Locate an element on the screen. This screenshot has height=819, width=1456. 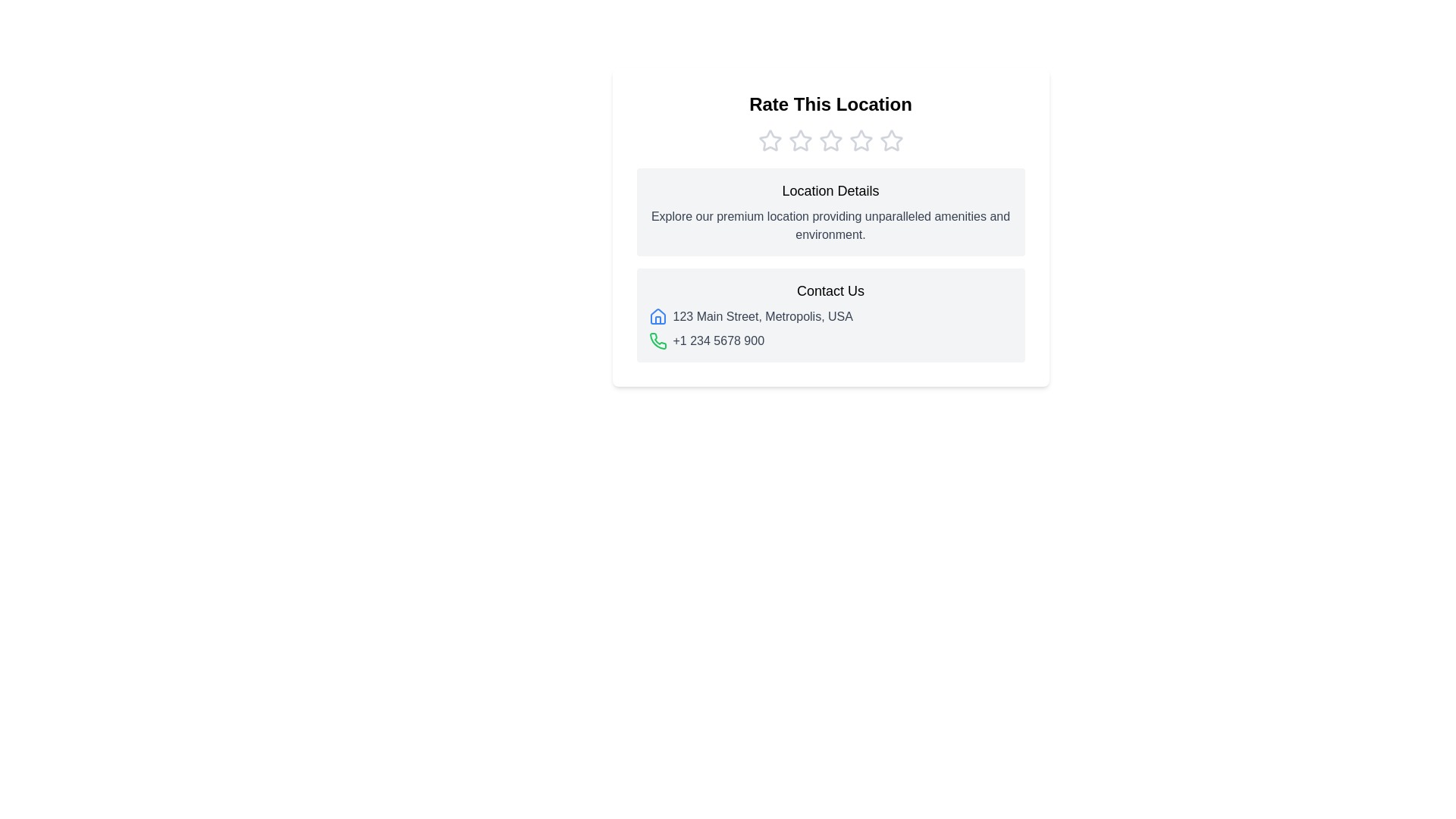
a star icon in the Rating component below the 'Rate This Location' heading is located at coordinates (830, 140).